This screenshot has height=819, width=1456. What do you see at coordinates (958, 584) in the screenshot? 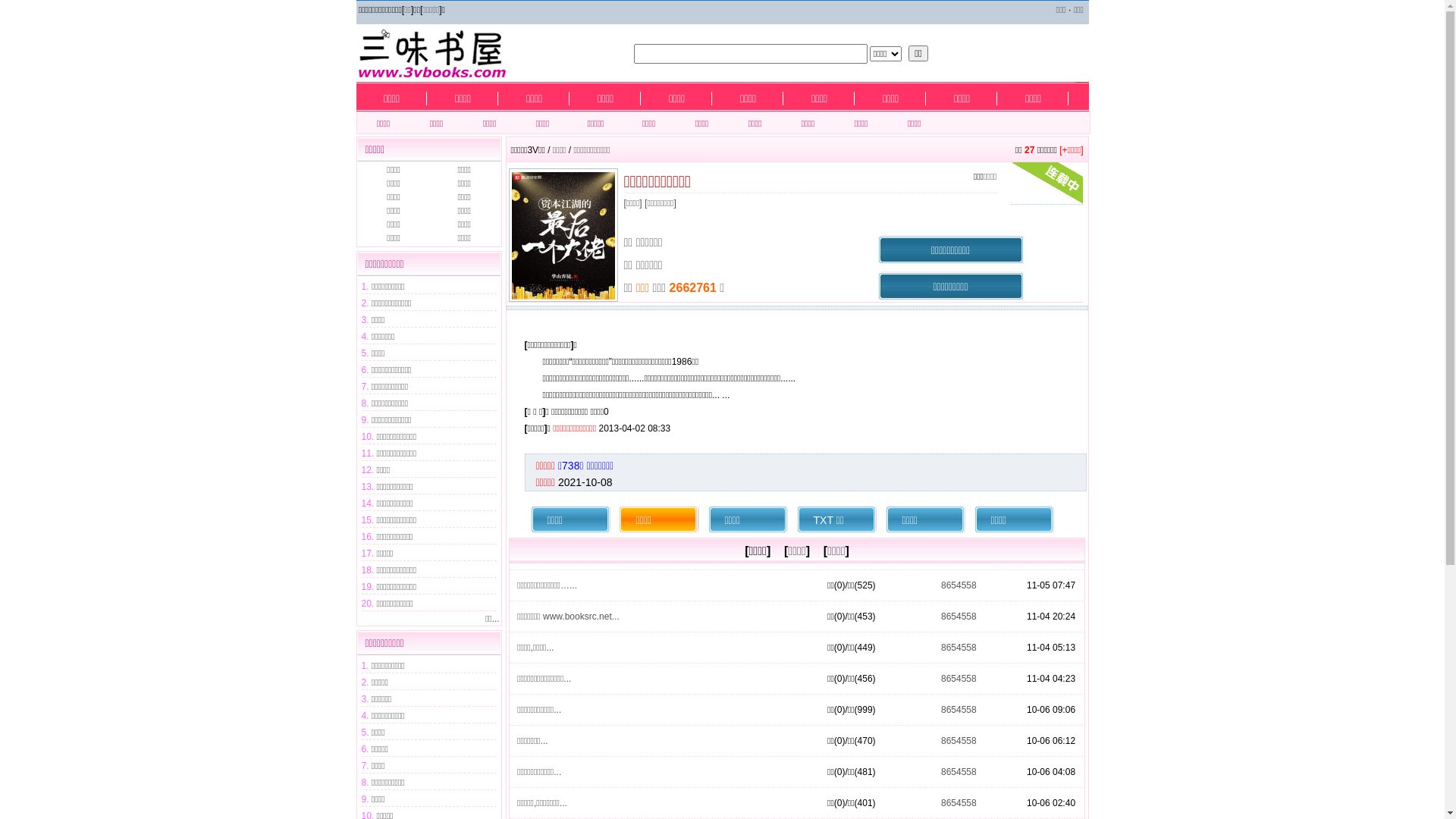
I see `'8654558'` at bounding box center [958, 584].